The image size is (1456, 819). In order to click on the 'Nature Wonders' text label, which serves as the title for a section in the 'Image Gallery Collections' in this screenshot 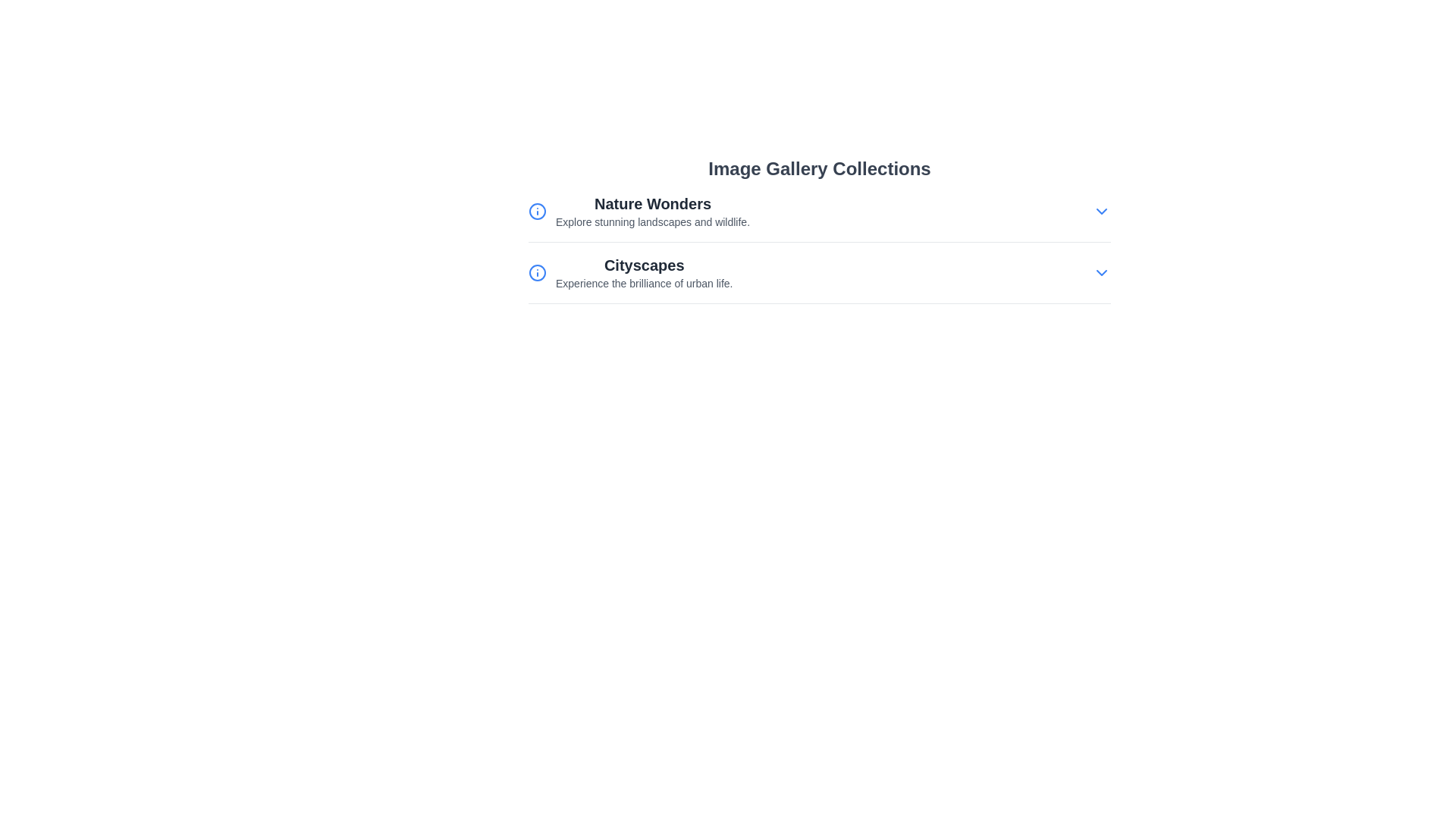, I will do `click(652, 203)`.